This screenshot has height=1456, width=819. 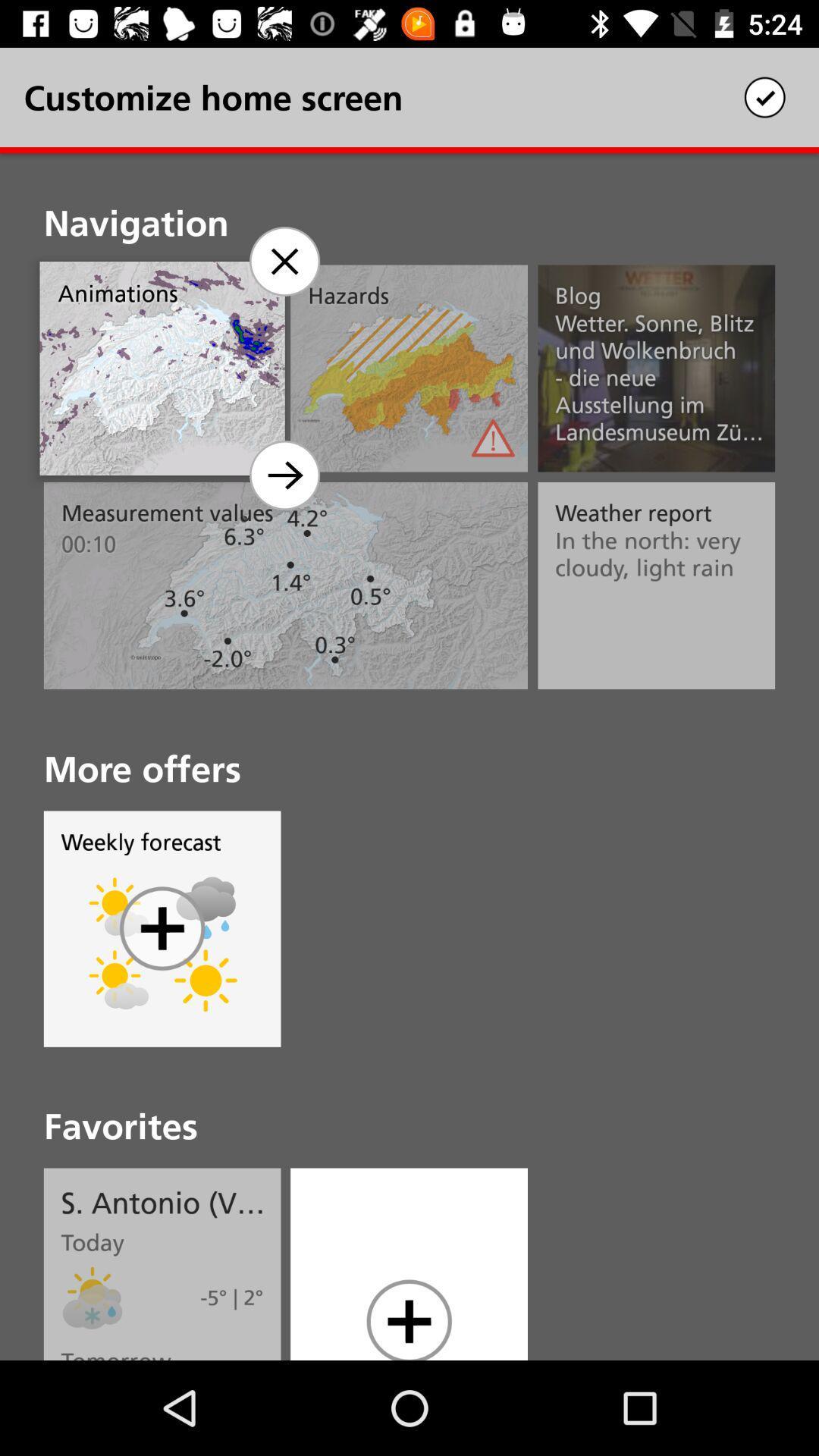 I want to click on advance preview, so click(x=284, y=475).